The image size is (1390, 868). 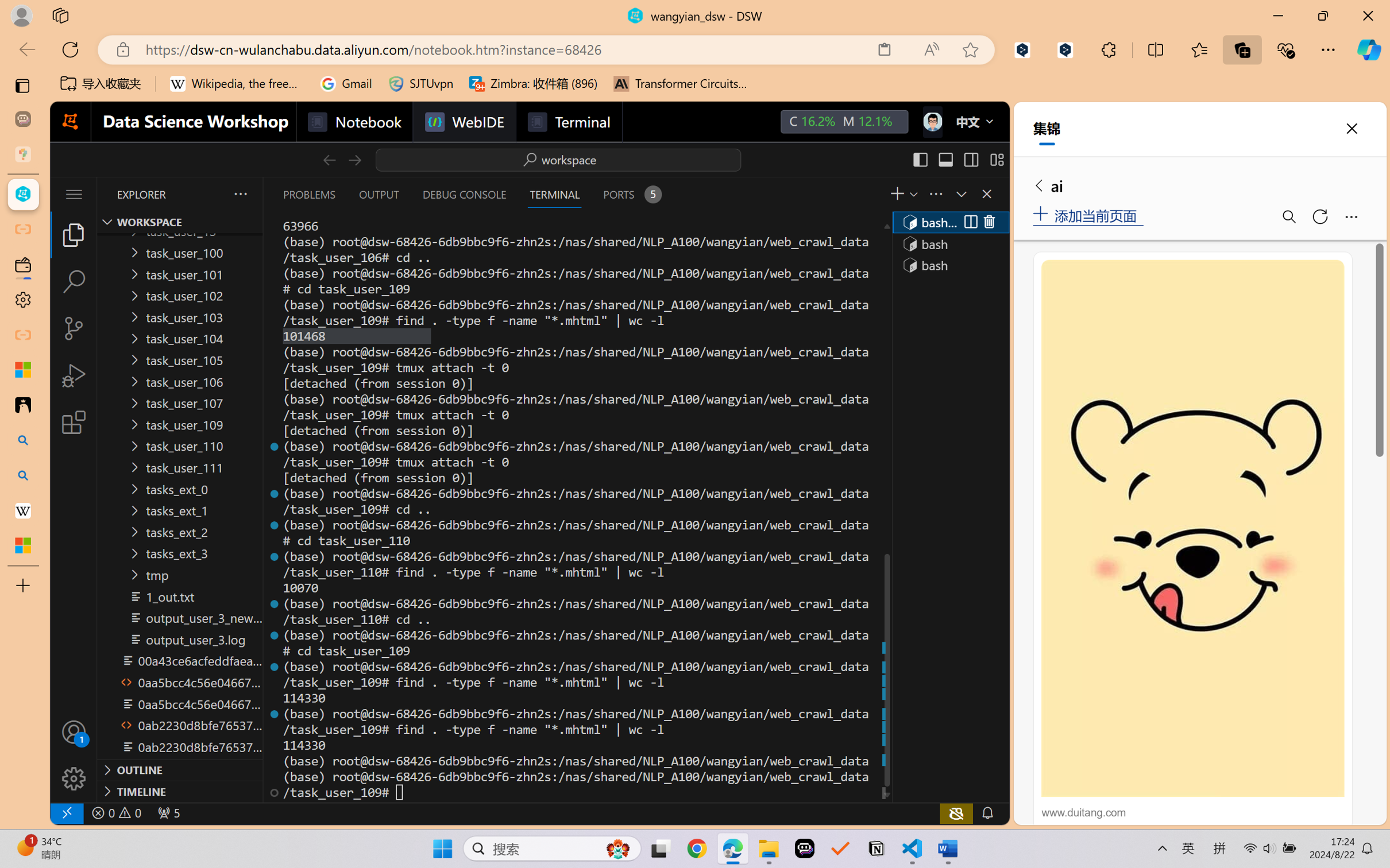 I want to click on 'Problems (Ctrl+Shift+M)', so click(x=308, y=193).